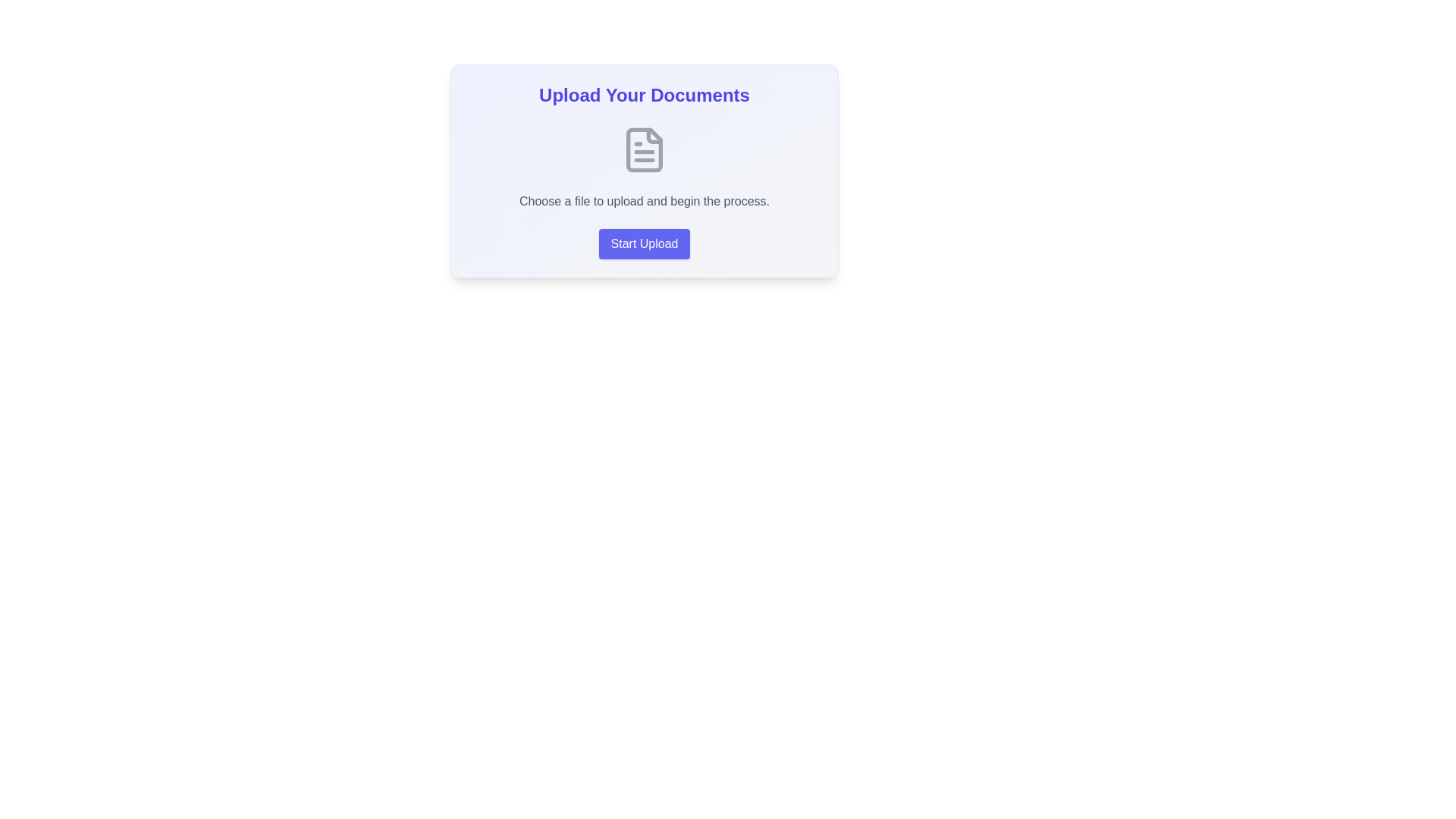 This screenshot has height=819, width=1456. Describe the element at coordinates (644, 201) in the screenshot. I see `the text label displaying the message 'Choose a file to upload and begin the process.' which is styled with a gray color and is located below the title 'Upload Your Documents'` at that location.